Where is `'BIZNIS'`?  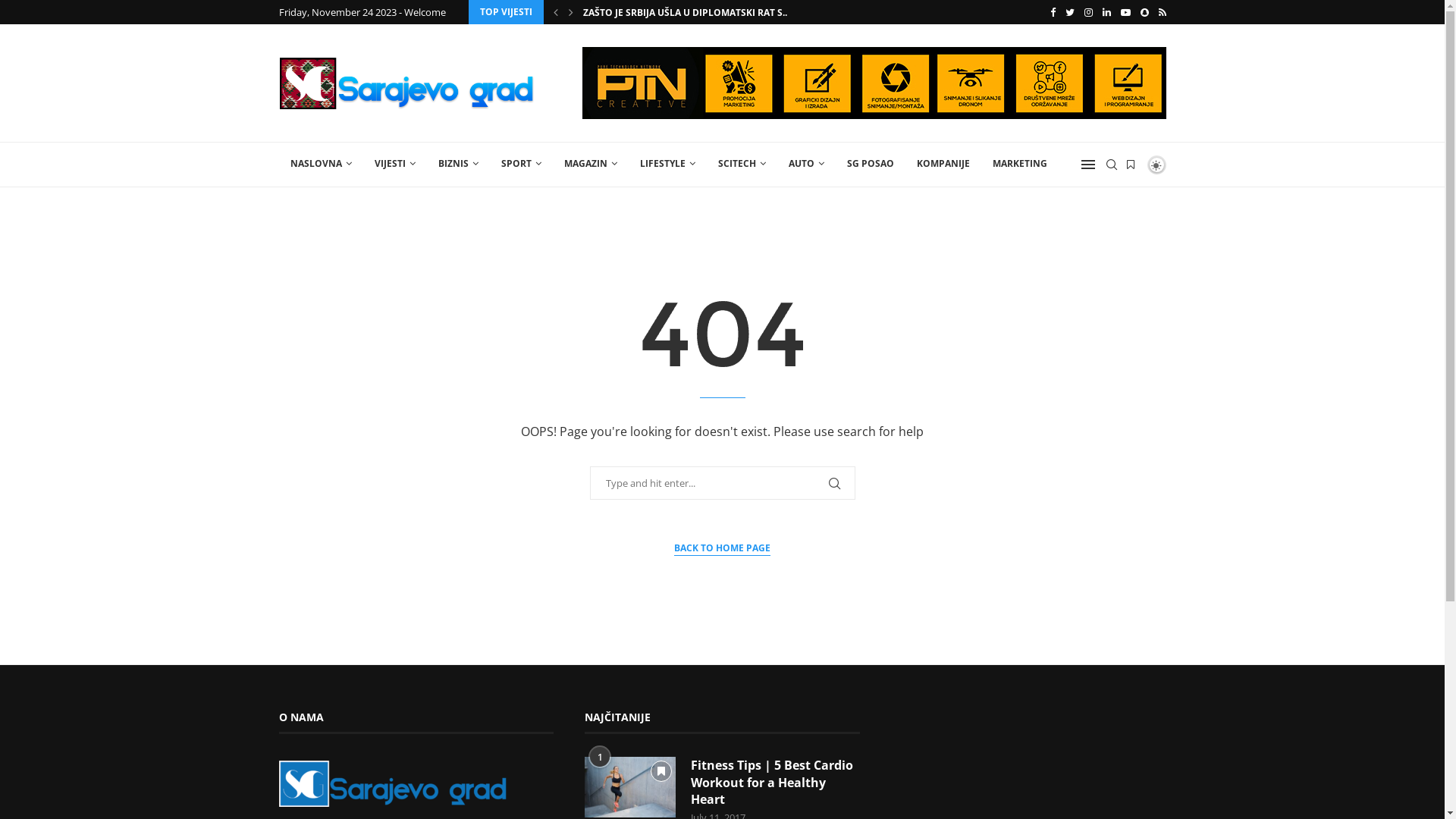 'BIZNIS' is located at coordinates (457, 164).